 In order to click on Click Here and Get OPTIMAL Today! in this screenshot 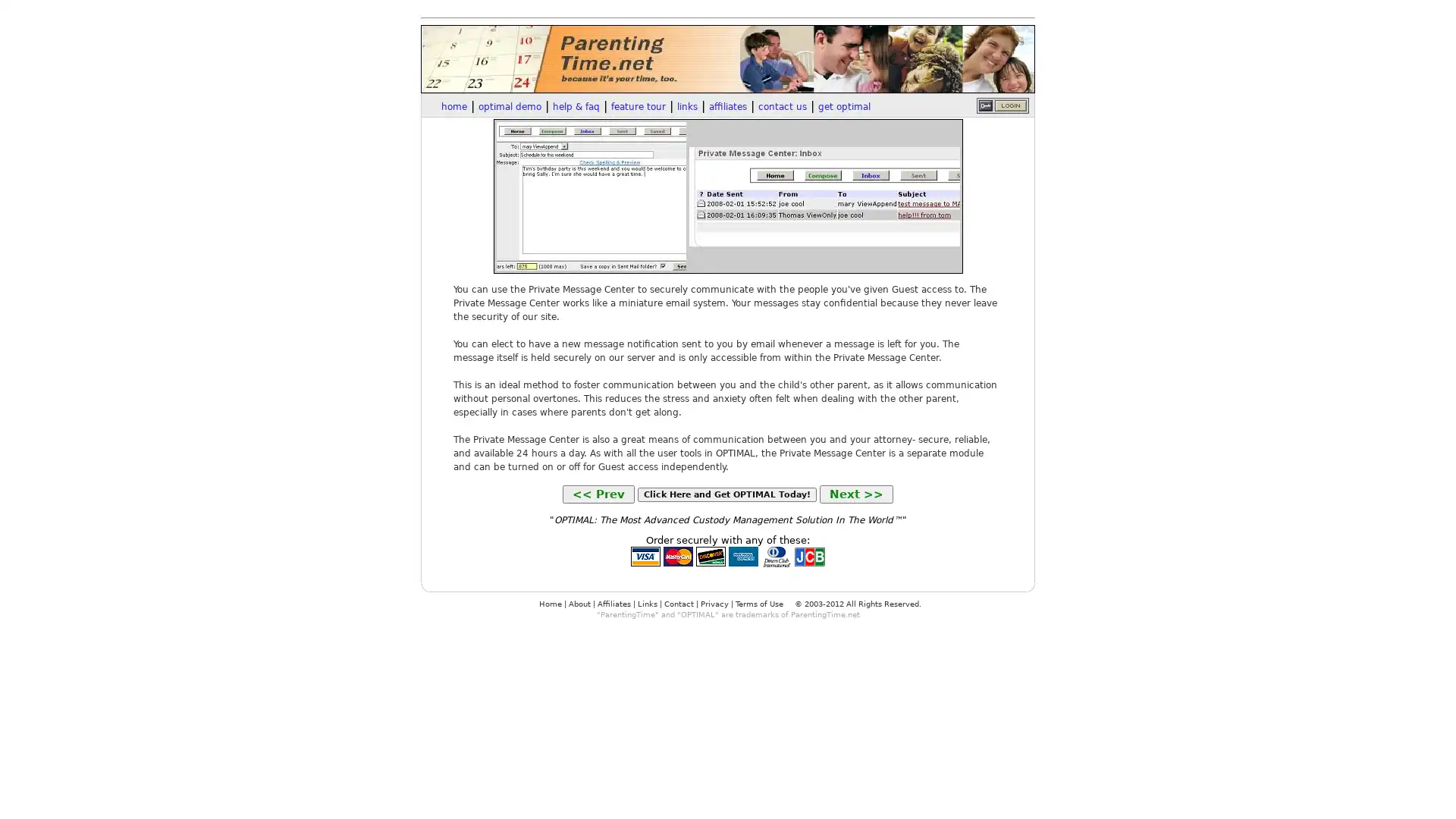, I will do `click(726, 494)`.